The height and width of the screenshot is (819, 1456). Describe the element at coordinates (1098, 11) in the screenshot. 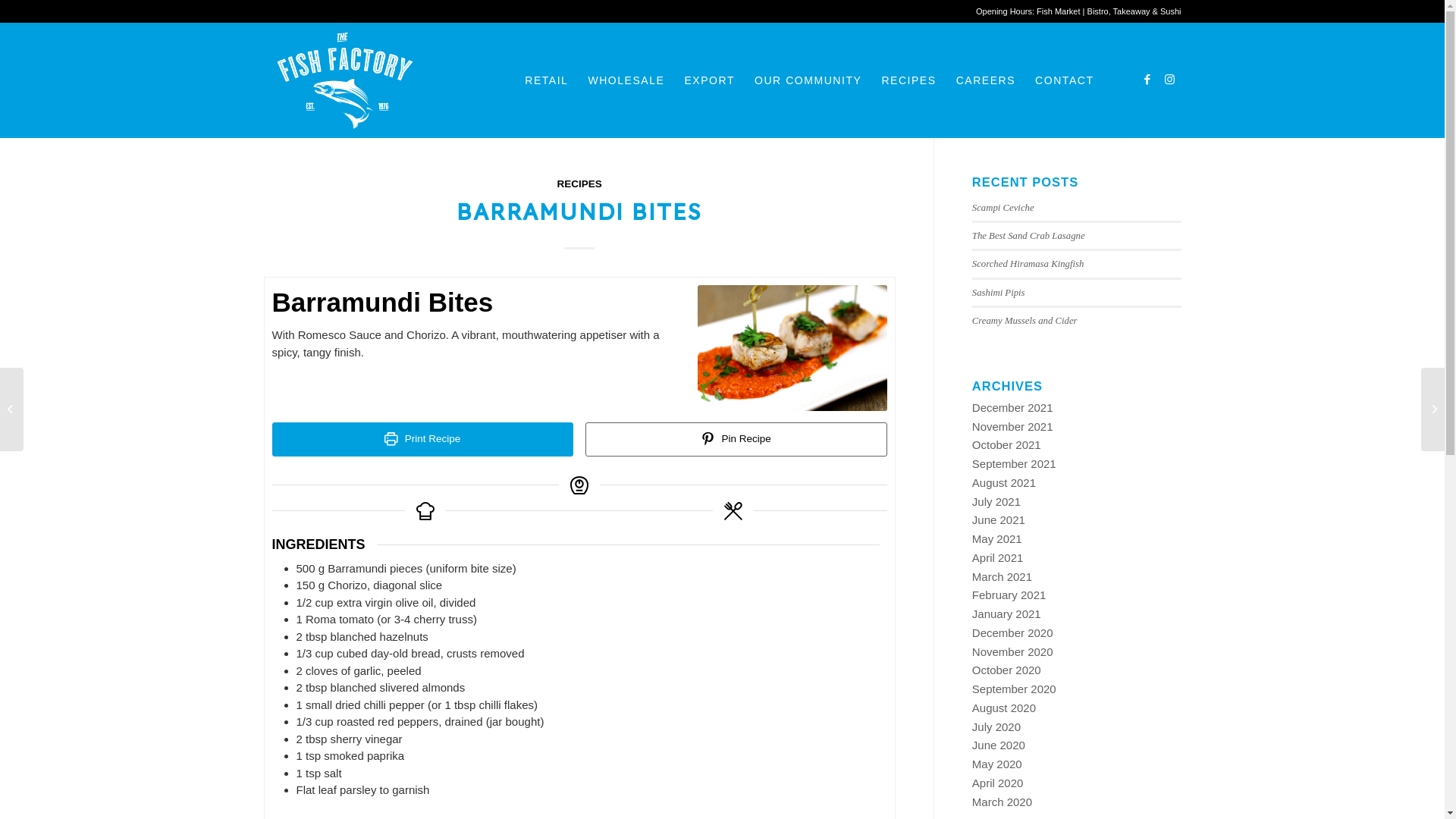

I see `'Bistro'` at that location.